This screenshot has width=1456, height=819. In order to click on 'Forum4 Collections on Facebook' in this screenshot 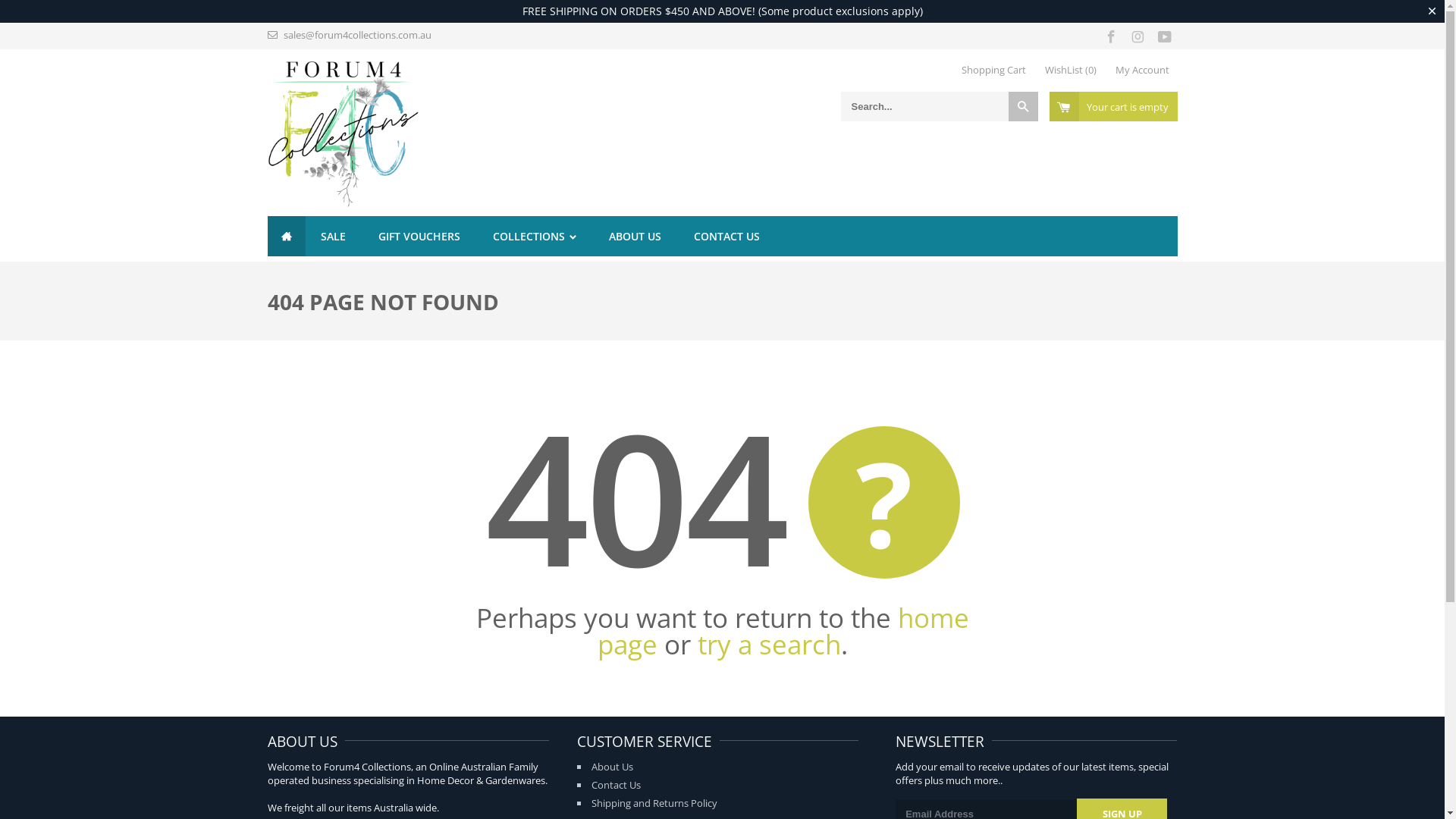, I will do `click(1111, 34)`.